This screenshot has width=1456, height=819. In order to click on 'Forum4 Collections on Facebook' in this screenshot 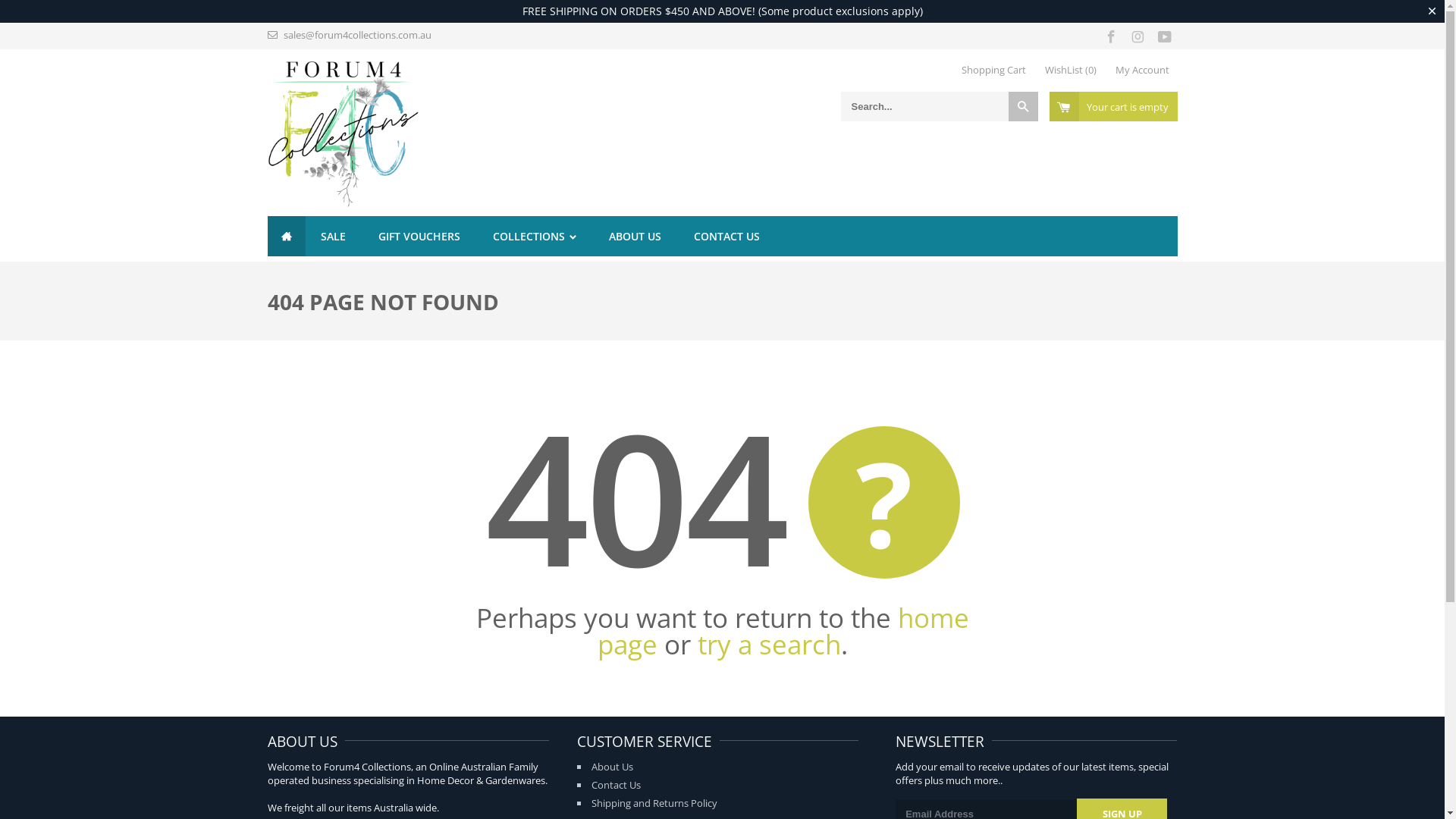, I will do `click(1111, 34)`.